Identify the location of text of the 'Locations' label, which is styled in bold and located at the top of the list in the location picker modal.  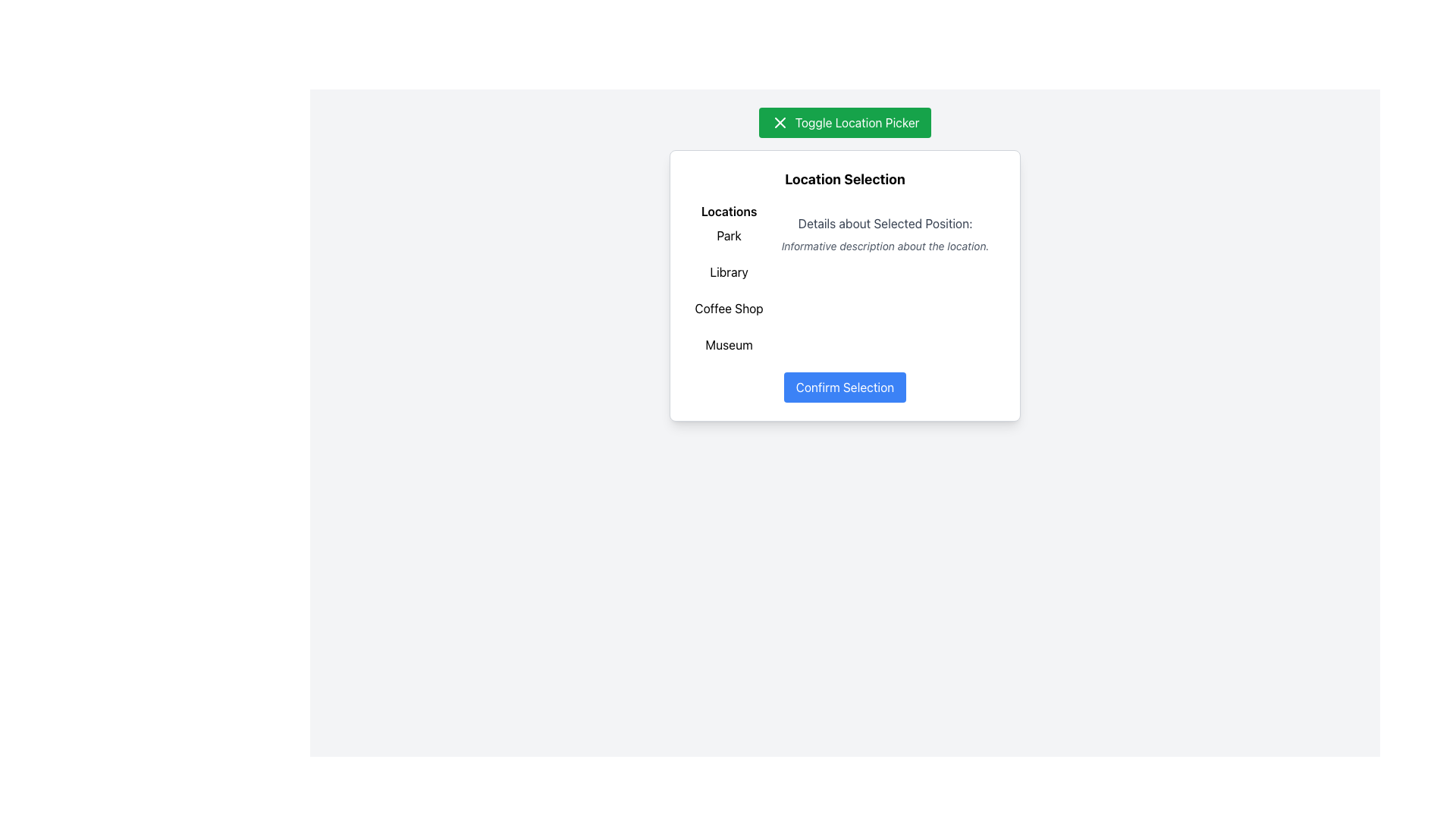
(729, 211).